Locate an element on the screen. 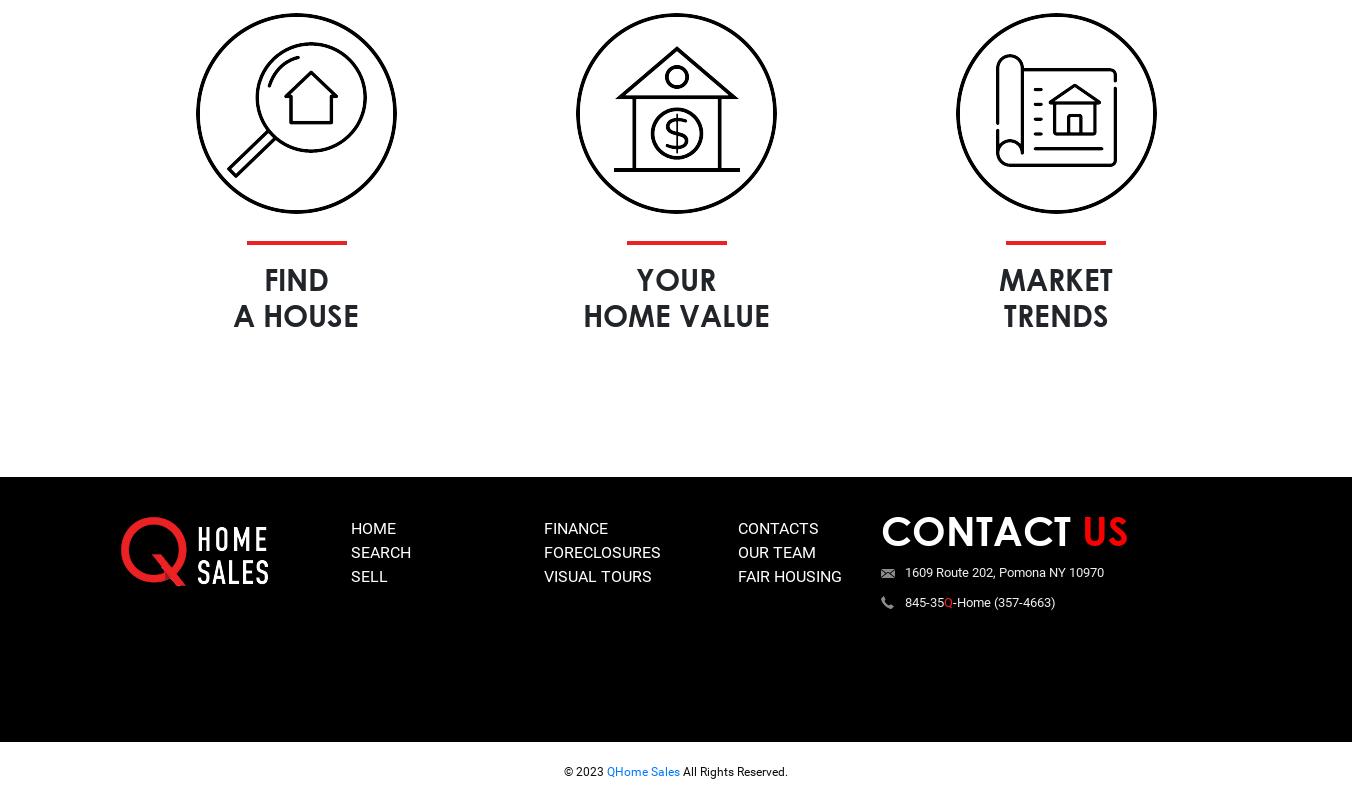 The height and width of the screenshot is (802, 1352). 'Home' is located at coordinates (349, 527).